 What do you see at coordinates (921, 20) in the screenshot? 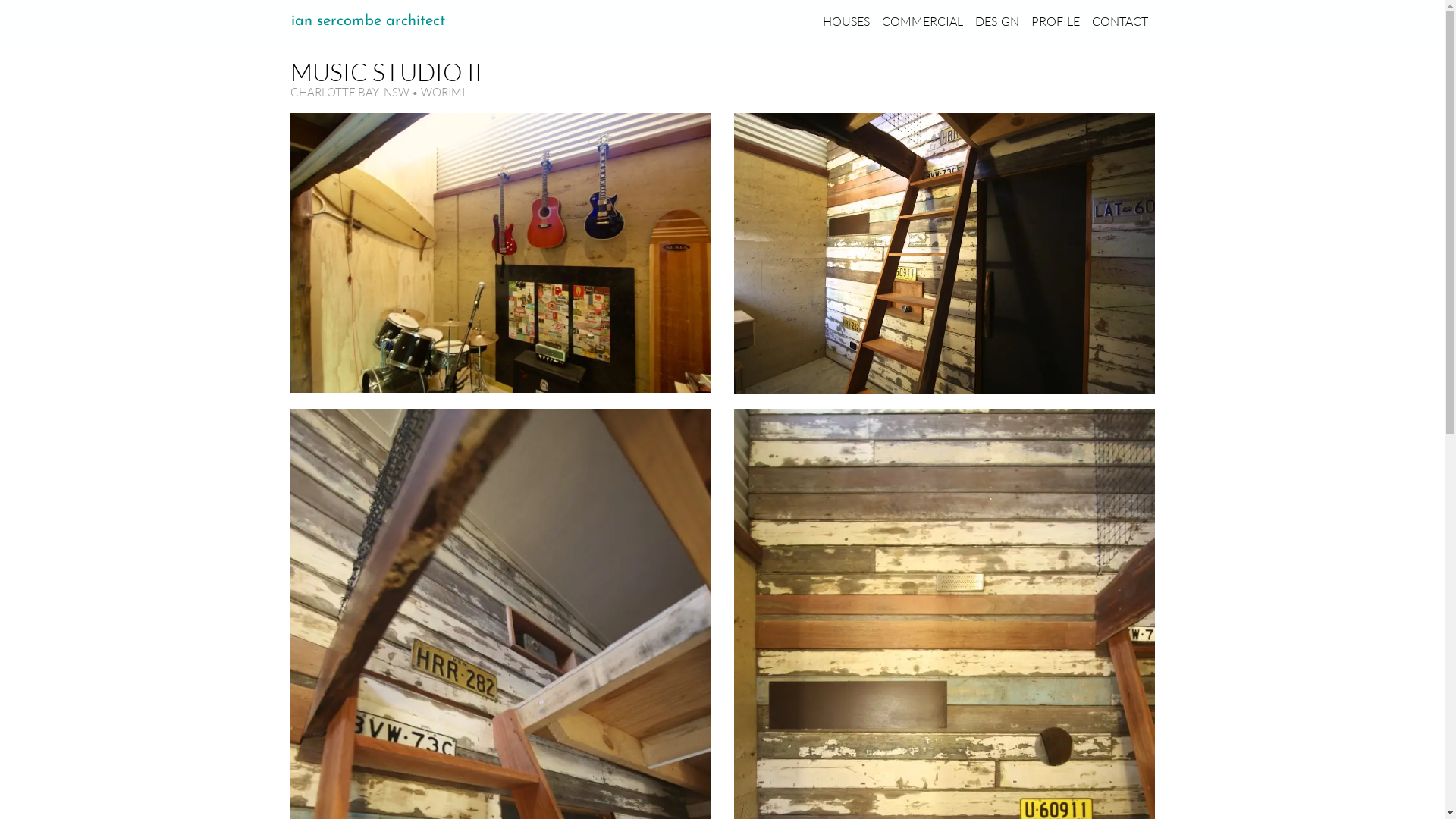
I see `'COMMERCIAL'` at bounding box center [921, 20].